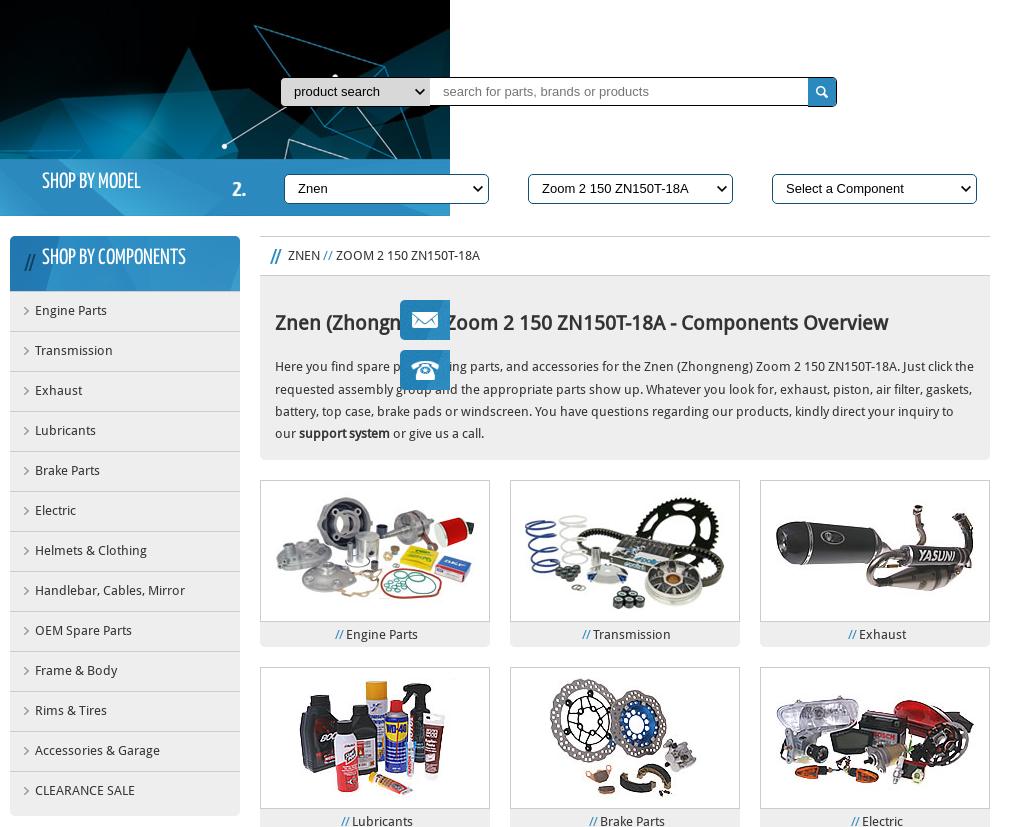  Describe the element at coordinates (91, 181) in the screenshot. I see `'SHOP BY MODEL'` at that location.